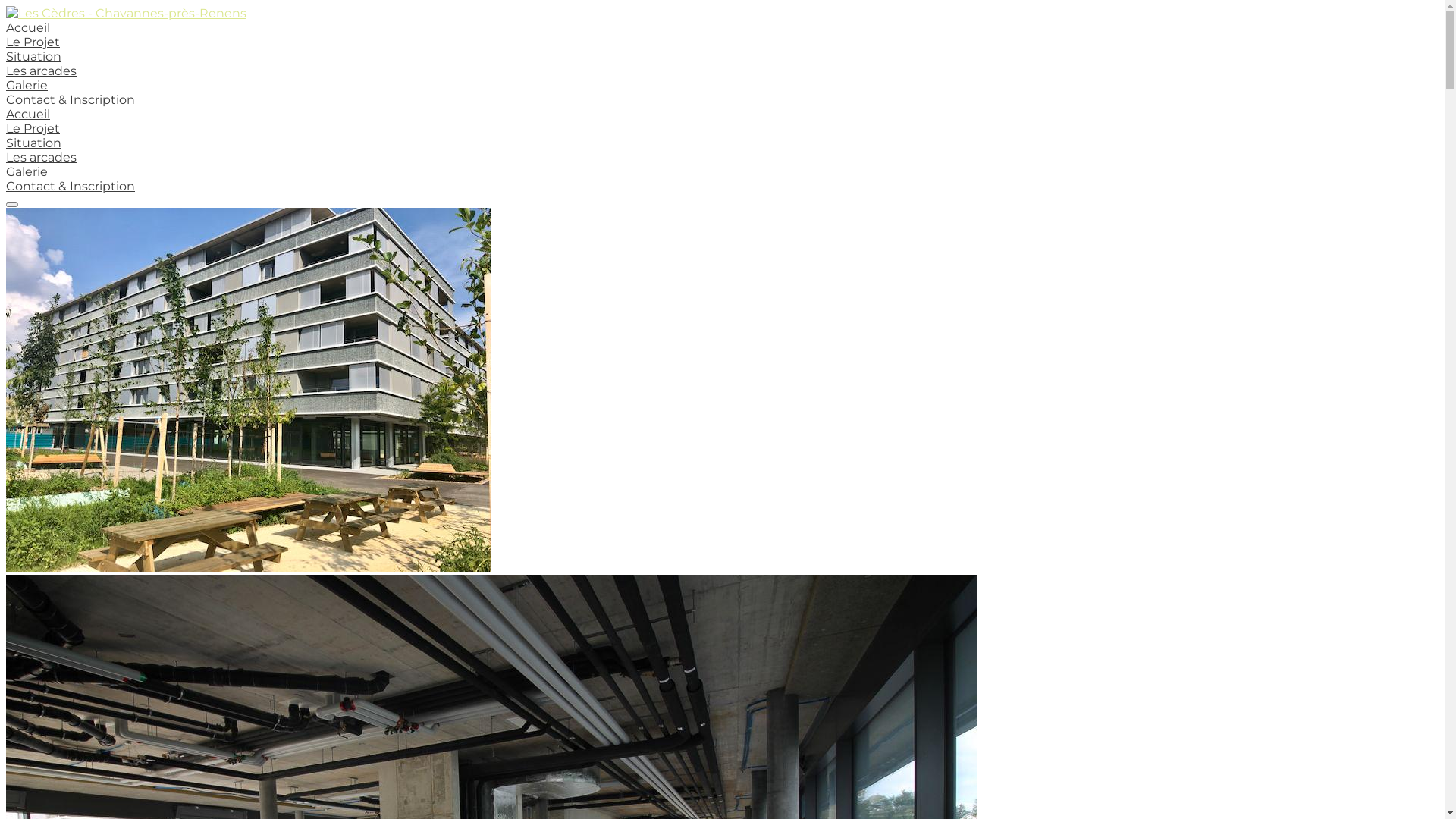 Image resolution: width=1456 pixels, height=819 pixels. I want to click on 'Situation', so click(33, 143).